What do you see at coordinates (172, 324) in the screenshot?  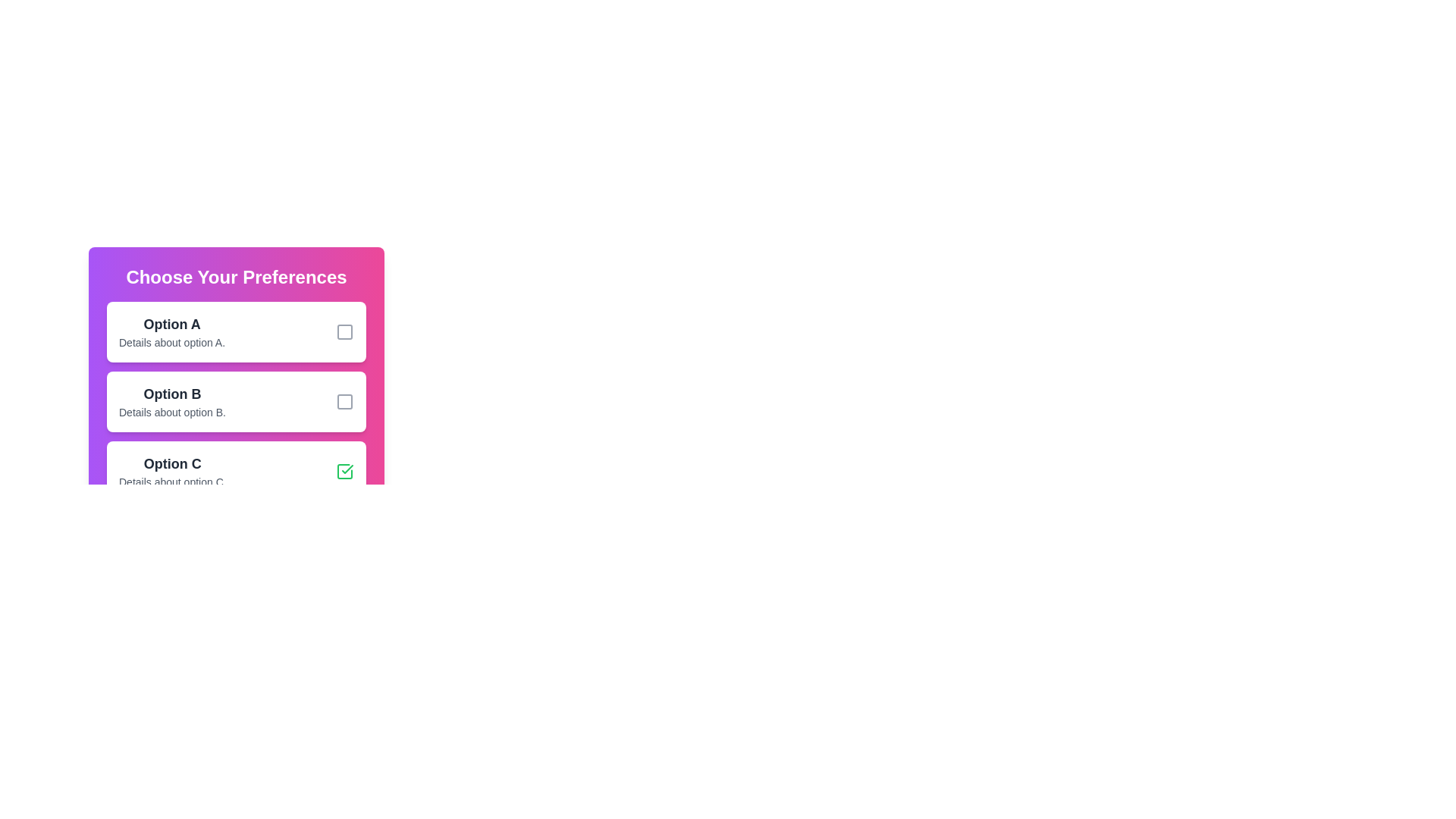 I see `the text label 'Option A', which is a bold header located at the top of the options selection interface` at bounding box center [172, 324].